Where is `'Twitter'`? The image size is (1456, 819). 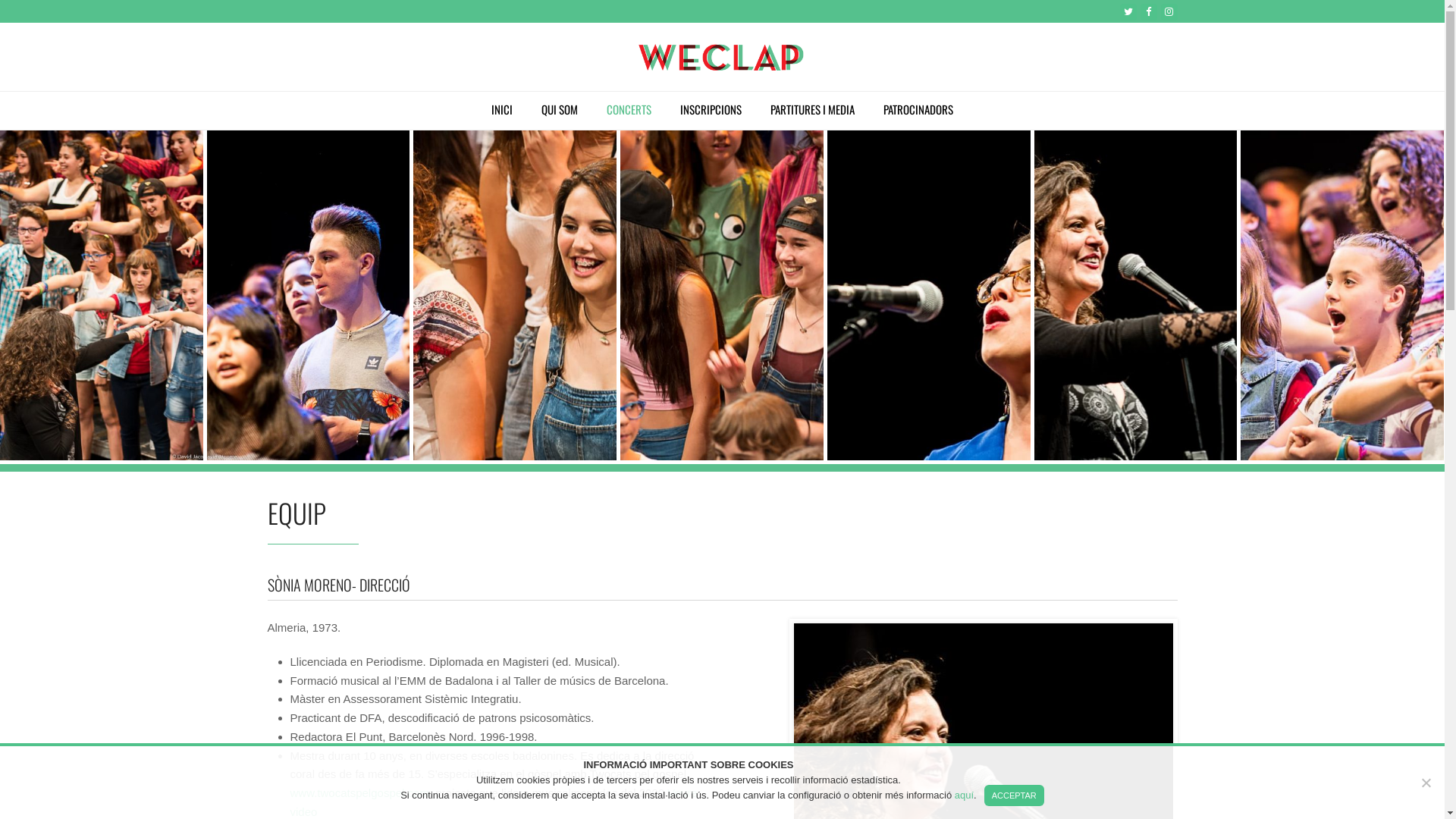
'Twitter' is located at coordinates (1119, 11).